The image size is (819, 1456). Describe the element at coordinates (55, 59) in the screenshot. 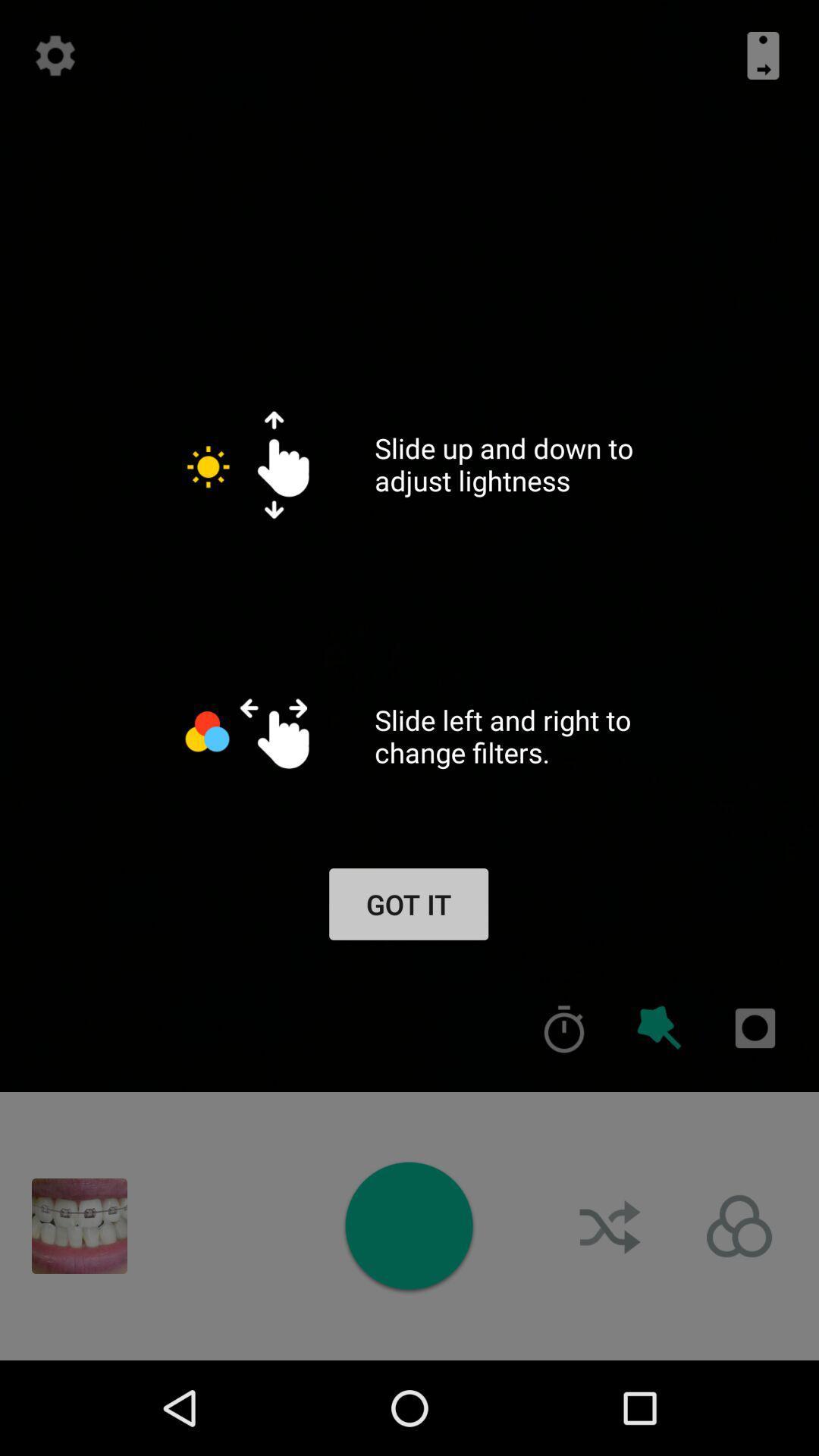

I see `the settings icon` at that location.